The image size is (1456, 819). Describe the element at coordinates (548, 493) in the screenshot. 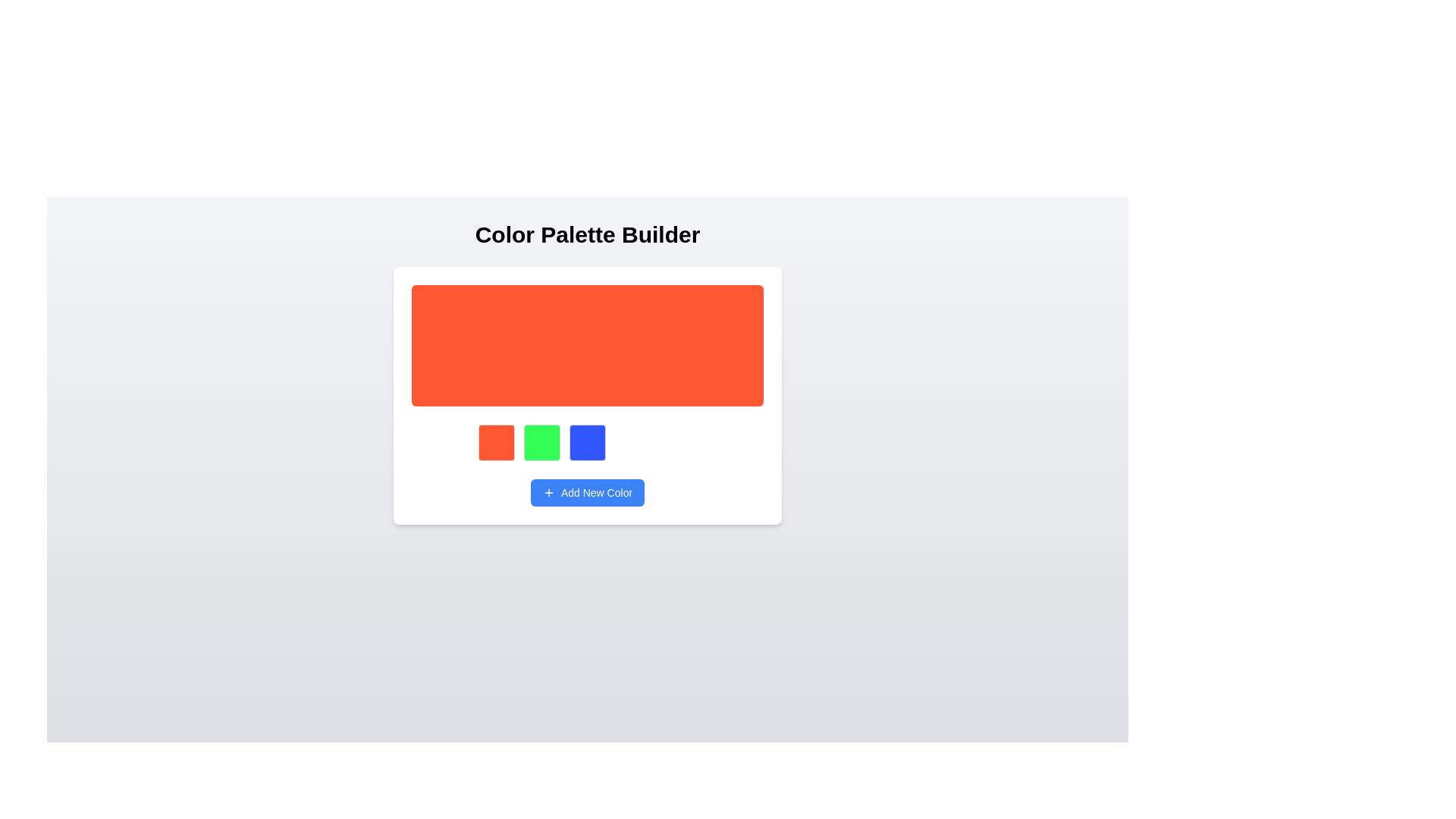

I see `the plus sign icon within the 'Add New Color' button` at that location.